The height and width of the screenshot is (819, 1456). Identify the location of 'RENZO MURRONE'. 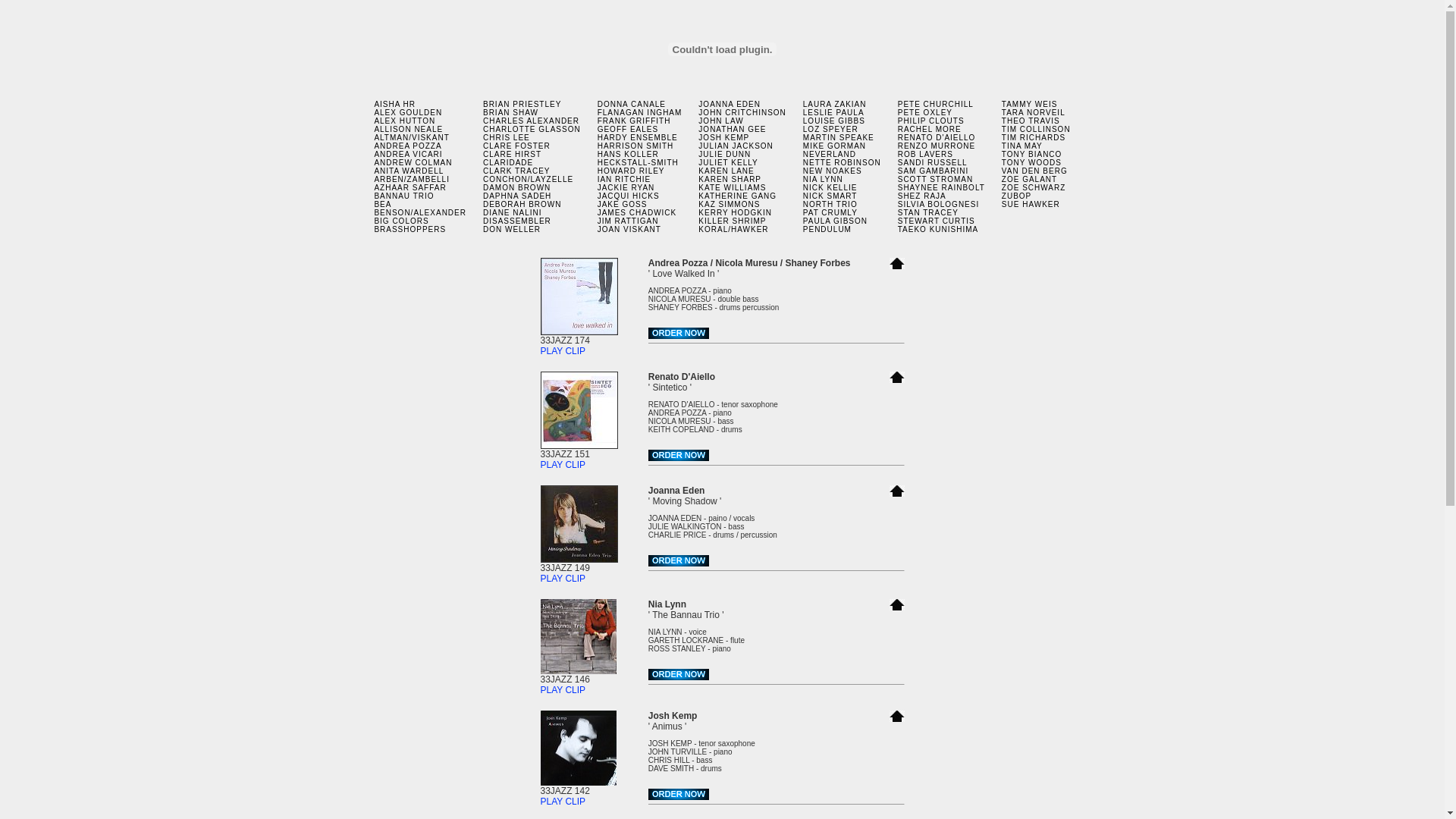
(898, 146).